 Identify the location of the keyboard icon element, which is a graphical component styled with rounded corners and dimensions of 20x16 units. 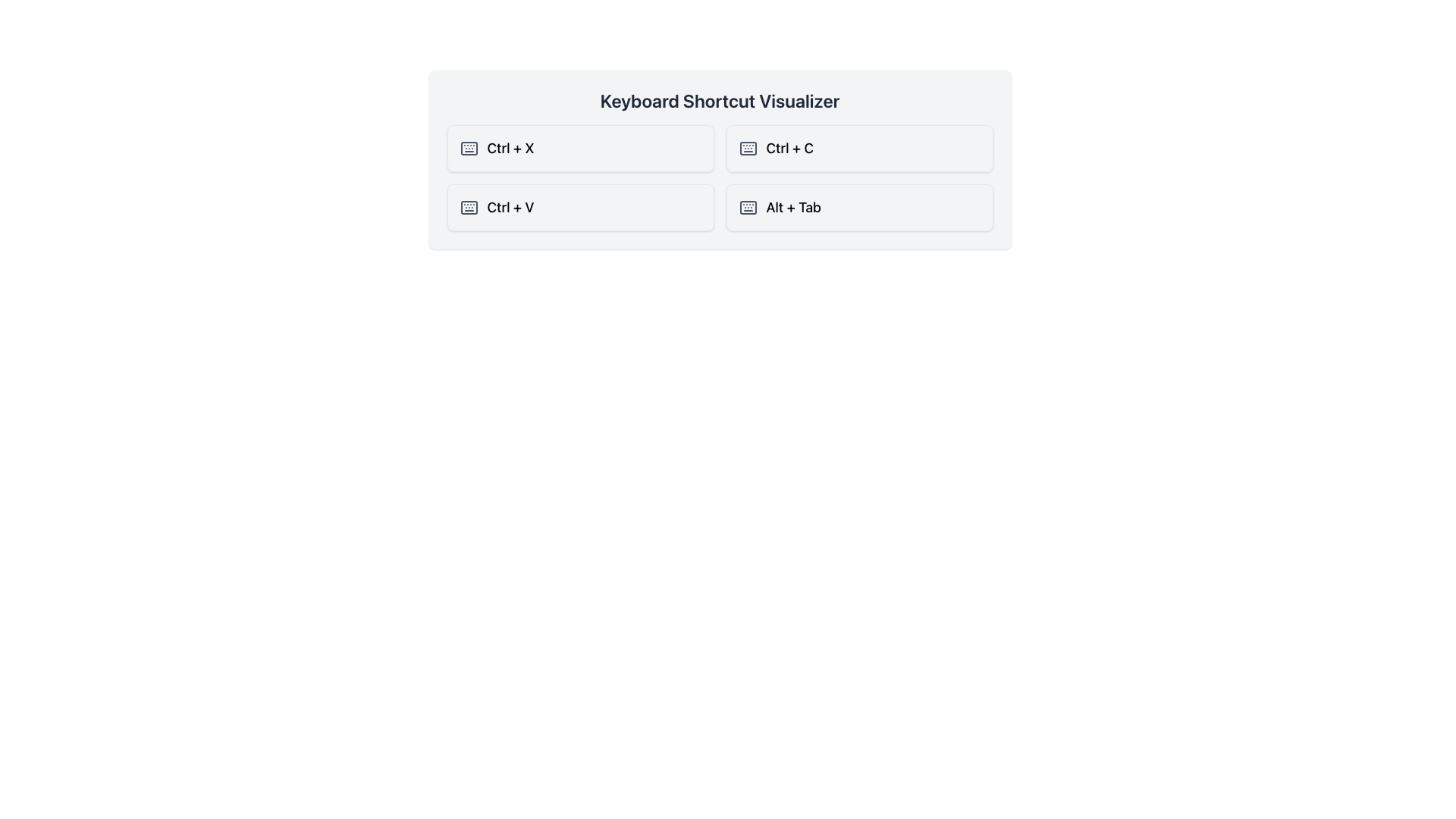
(748, 149).